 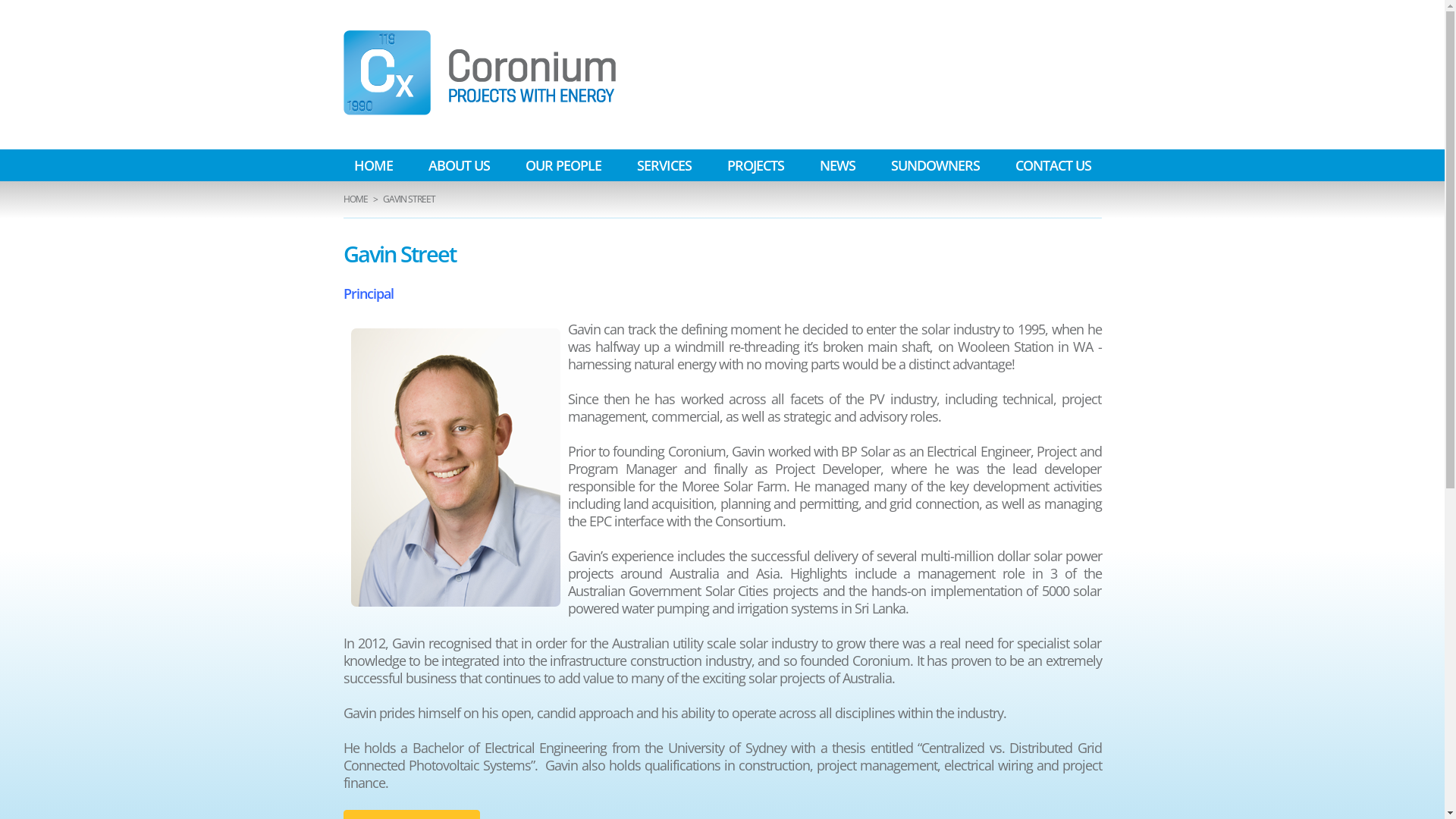 I want to click on 'ABOUT US', so click(x=457, y=165).